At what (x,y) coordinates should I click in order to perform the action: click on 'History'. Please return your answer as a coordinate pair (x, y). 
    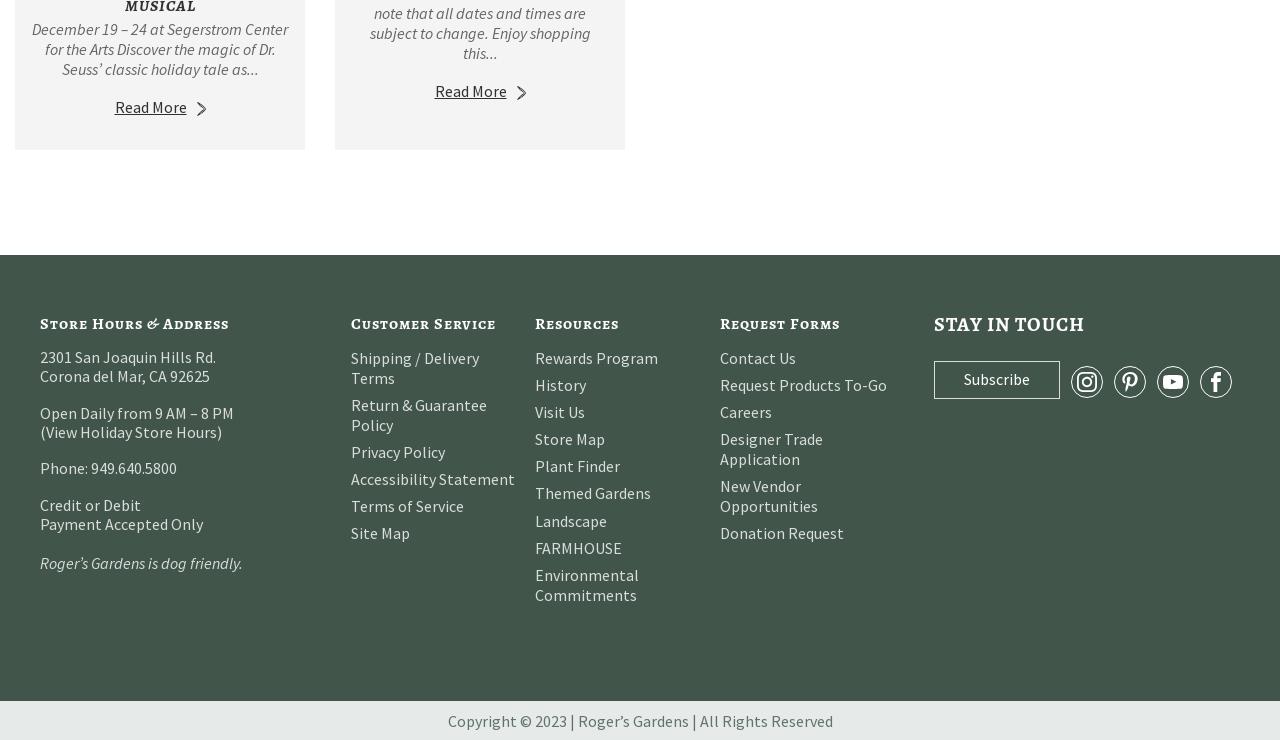
    Looking at the image, I should click on (560, 382).